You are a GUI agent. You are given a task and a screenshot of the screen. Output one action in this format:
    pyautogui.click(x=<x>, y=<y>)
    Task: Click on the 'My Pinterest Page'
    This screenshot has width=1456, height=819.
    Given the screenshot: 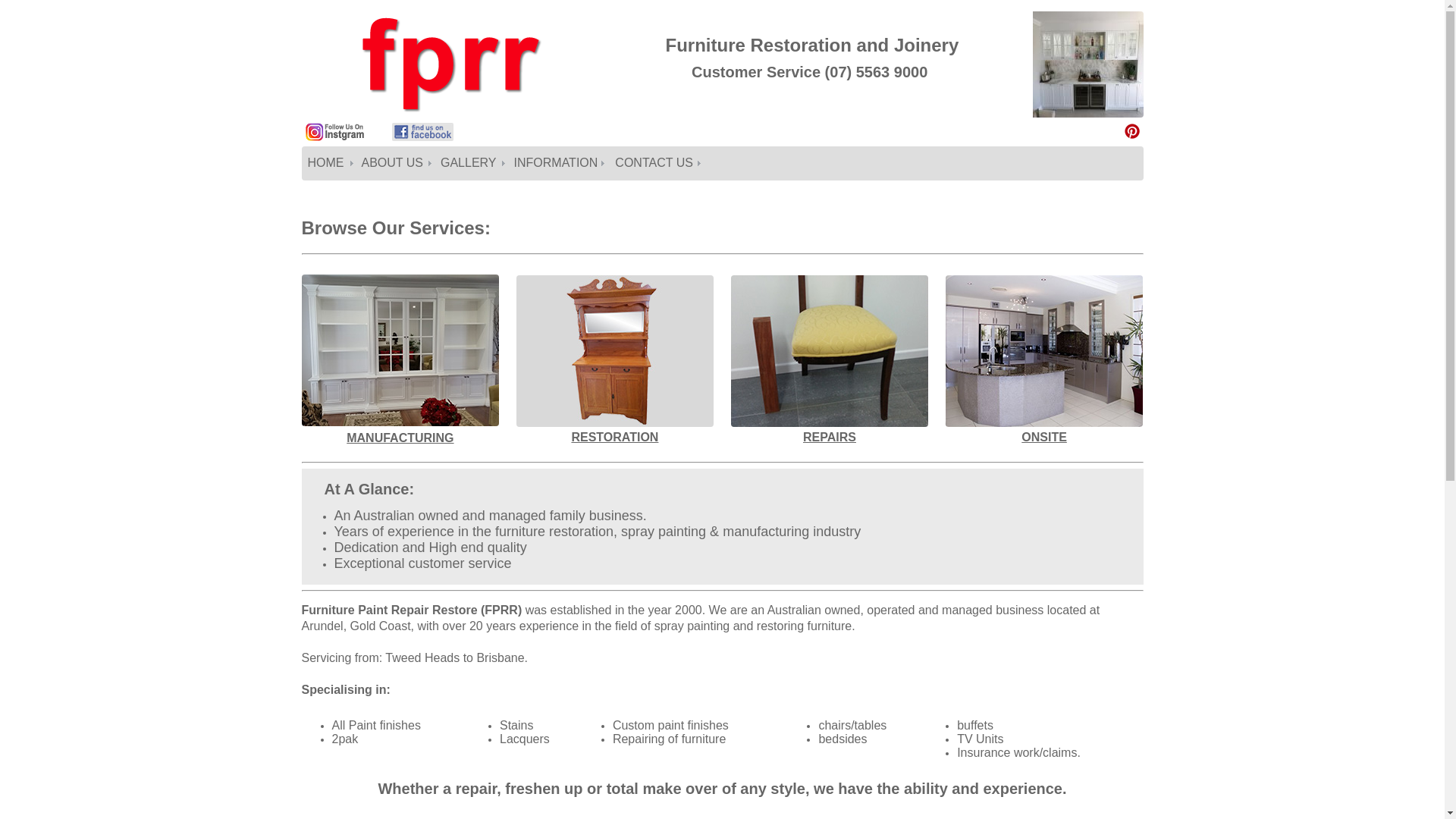 What is the action you would take?
    pyautogui.click(x=1131, y=130)
    